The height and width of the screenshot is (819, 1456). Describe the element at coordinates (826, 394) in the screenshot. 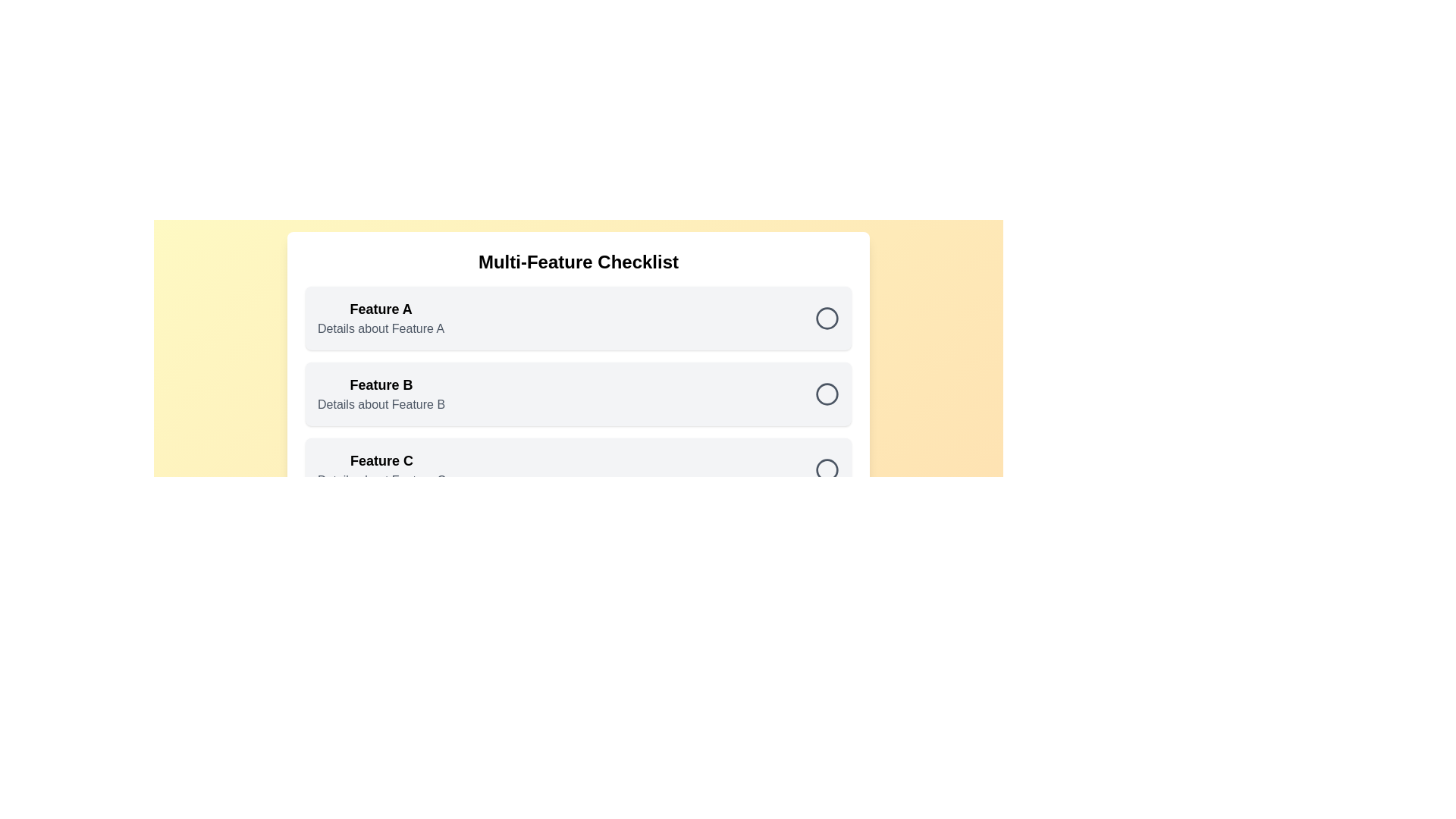

I see `the checklist item Feature B` at that location.